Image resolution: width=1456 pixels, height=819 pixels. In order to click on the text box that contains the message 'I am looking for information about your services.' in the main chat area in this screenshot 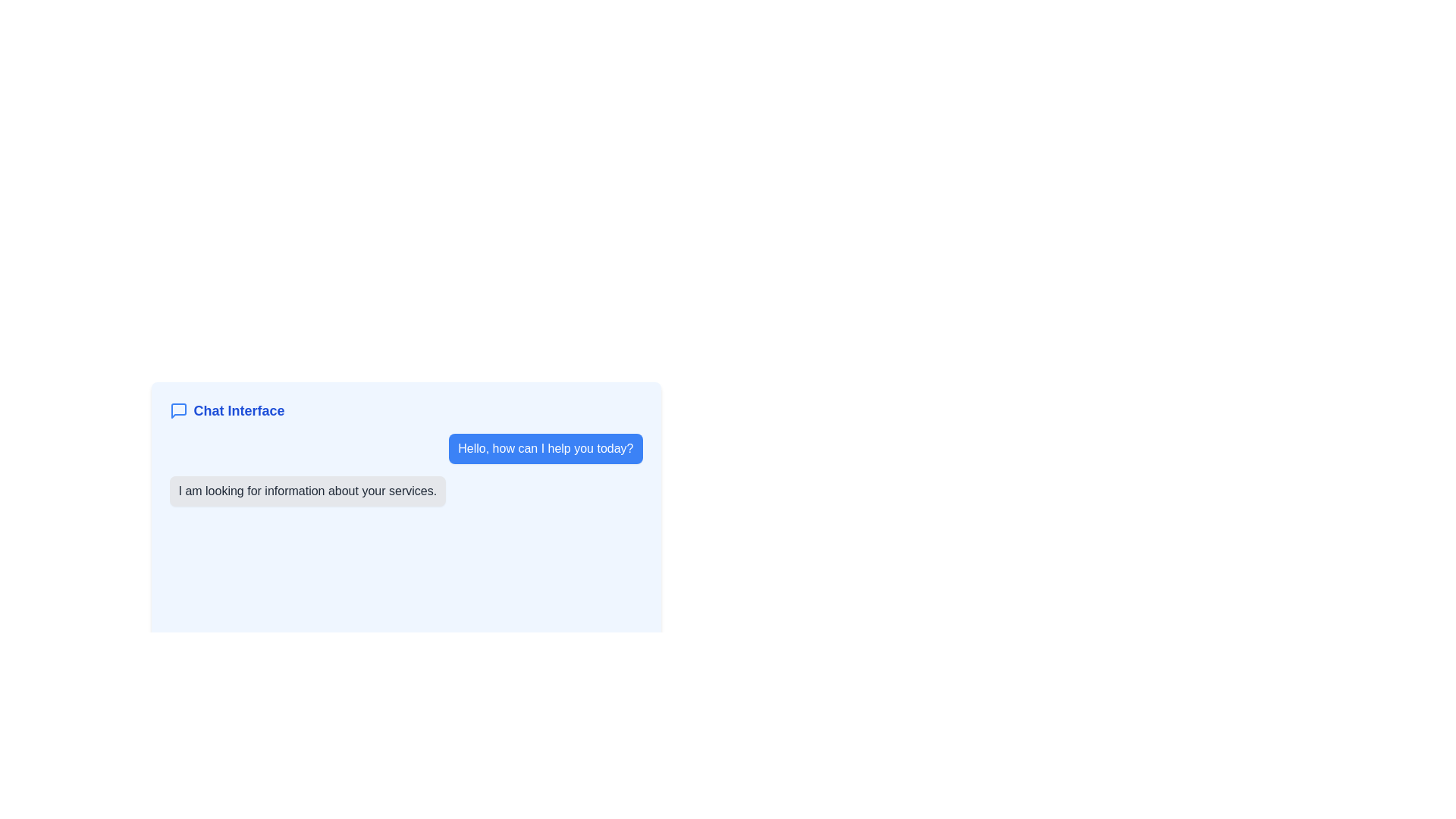, I will do `click(406, 491)`.